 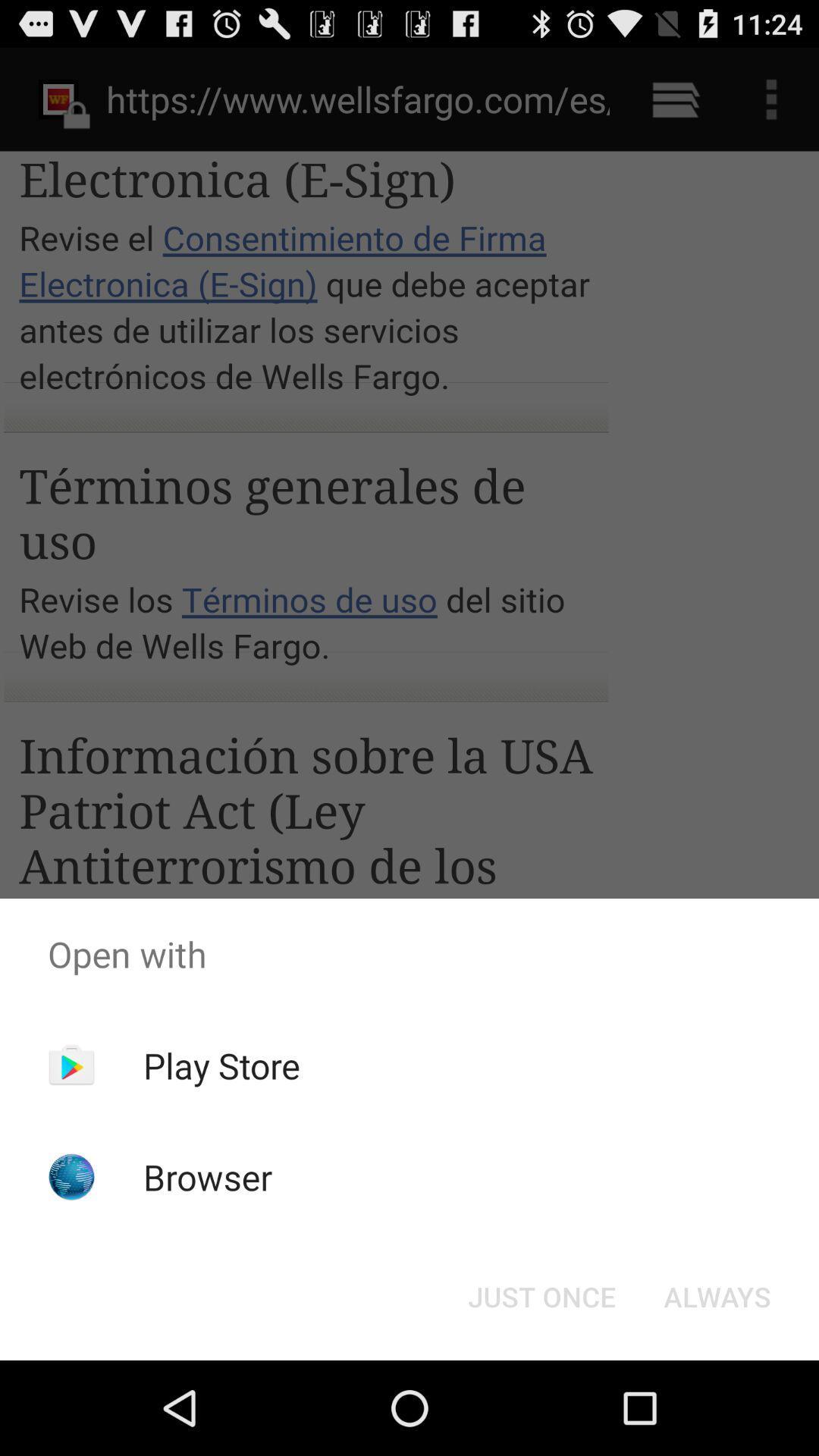 I want to click on the always at the bottom right corner, so click(x=717, y=1295).